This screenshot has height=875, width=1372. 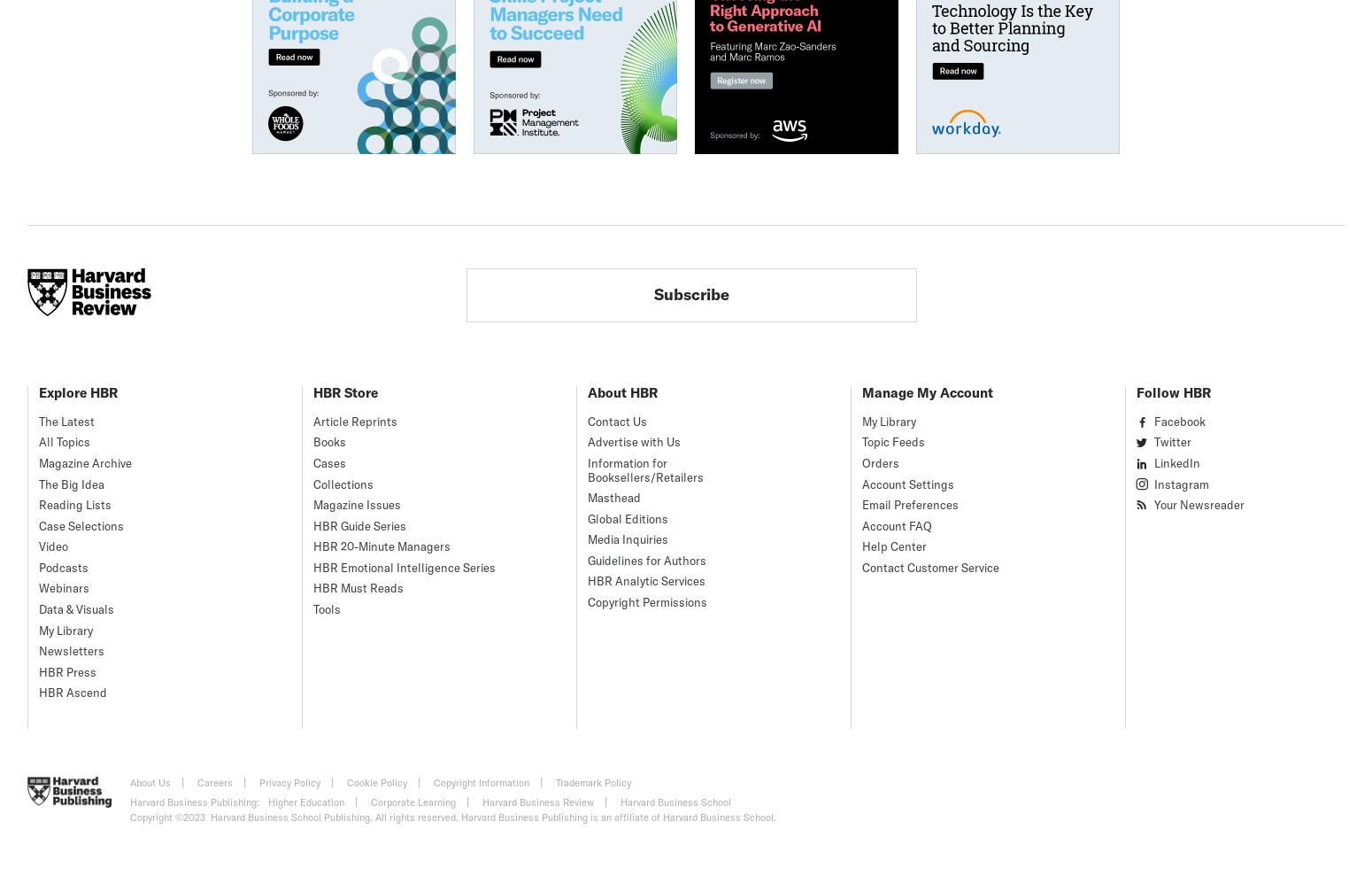 What do you see at coordinates (646, 580) in the screenshot?
I see `'HBR Analytic Services'` at bounding box center [646, 580].